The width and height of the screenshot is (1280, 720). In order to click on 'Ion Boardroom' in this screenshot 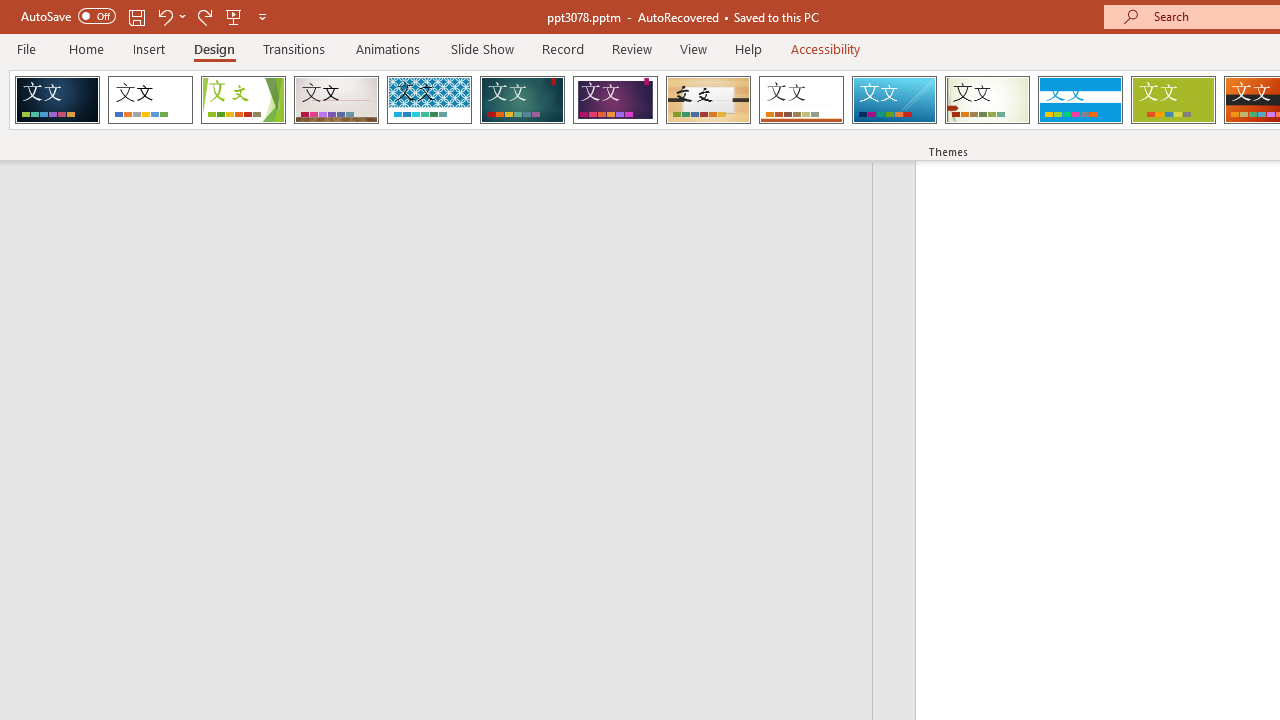, I will do `click(614, 100)`.